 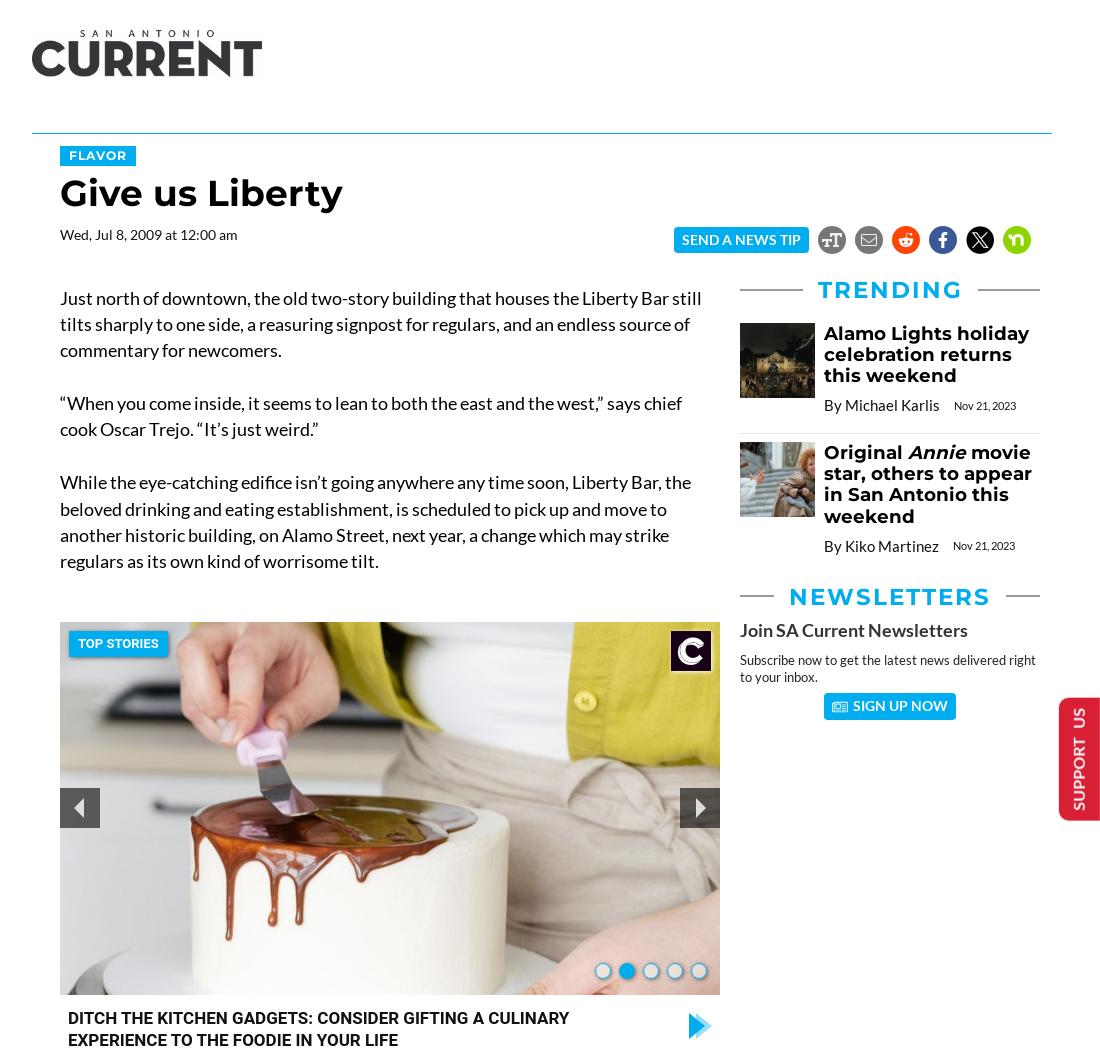 I want to click on 'Subscribe now to get the latest news delivered right to your inbox.', so click(x=738, y=667).